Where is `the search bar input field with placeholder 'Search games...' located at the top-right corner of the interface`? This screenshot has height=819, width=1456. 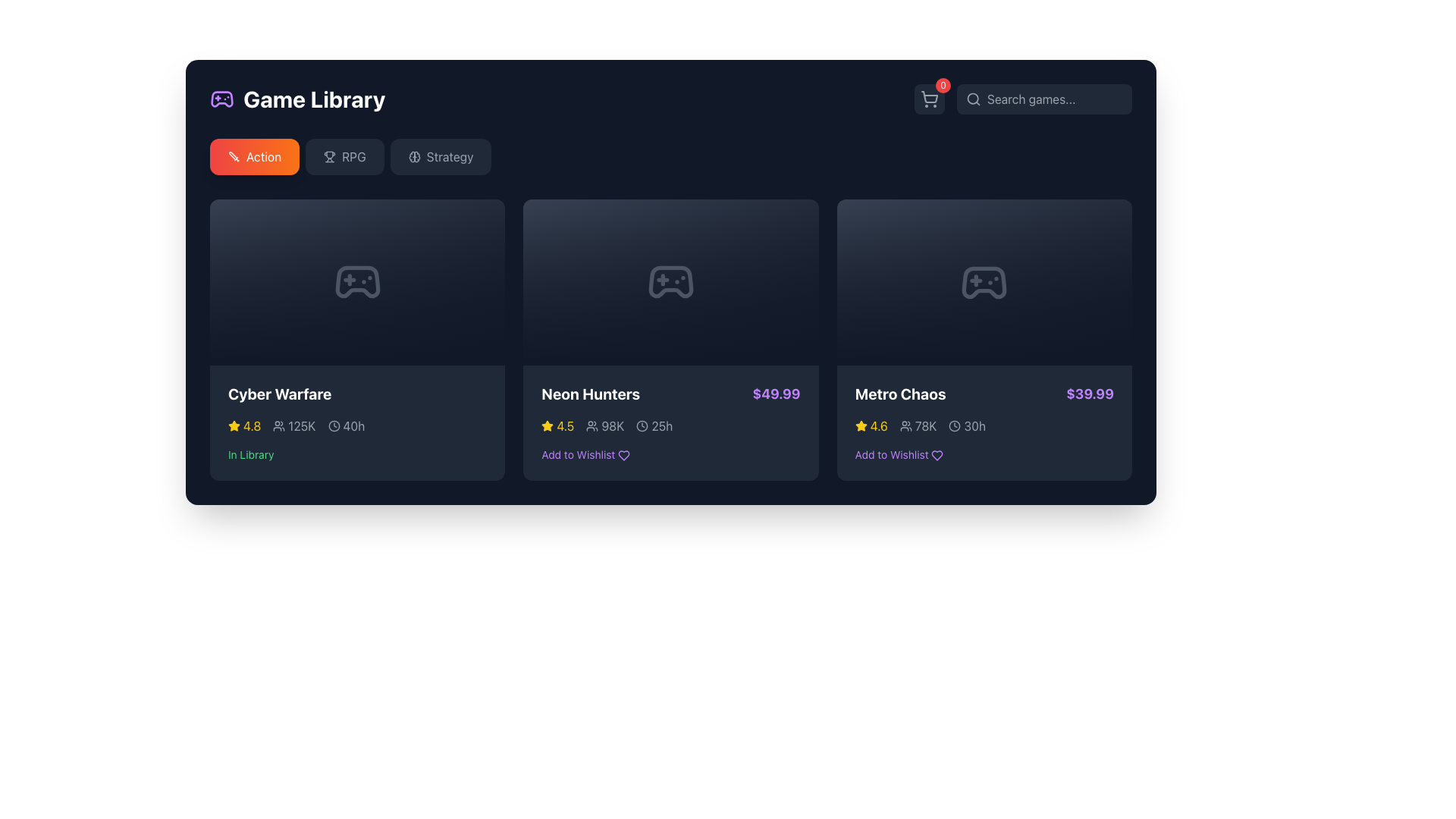 the search bar input field with placeholder 'Search games...' located at the top-right corner of the interface is located at coordinates (1043, 99).